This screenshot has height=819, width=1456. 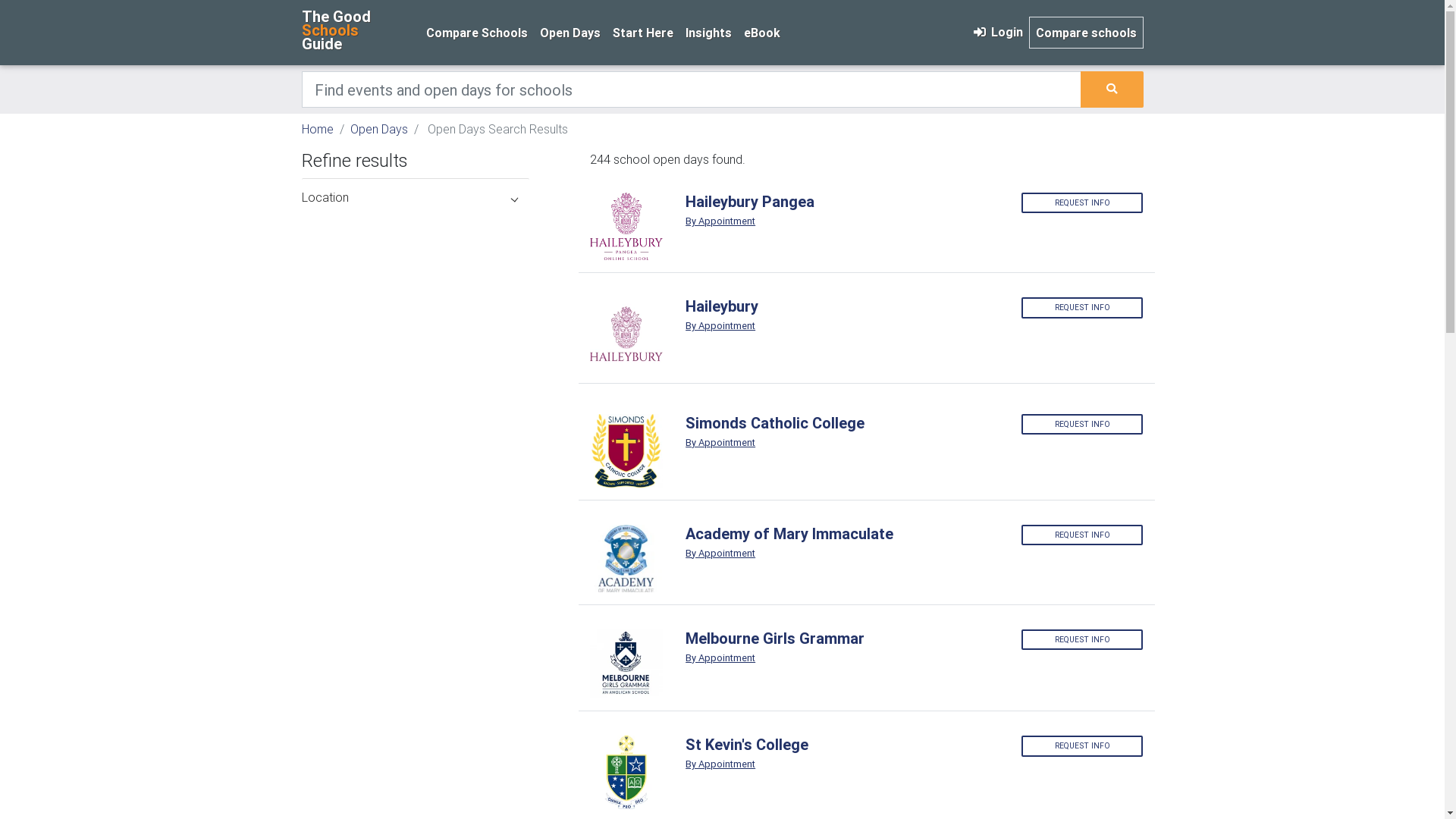 I want to click on 'The Good, so click(x=354, y=32).